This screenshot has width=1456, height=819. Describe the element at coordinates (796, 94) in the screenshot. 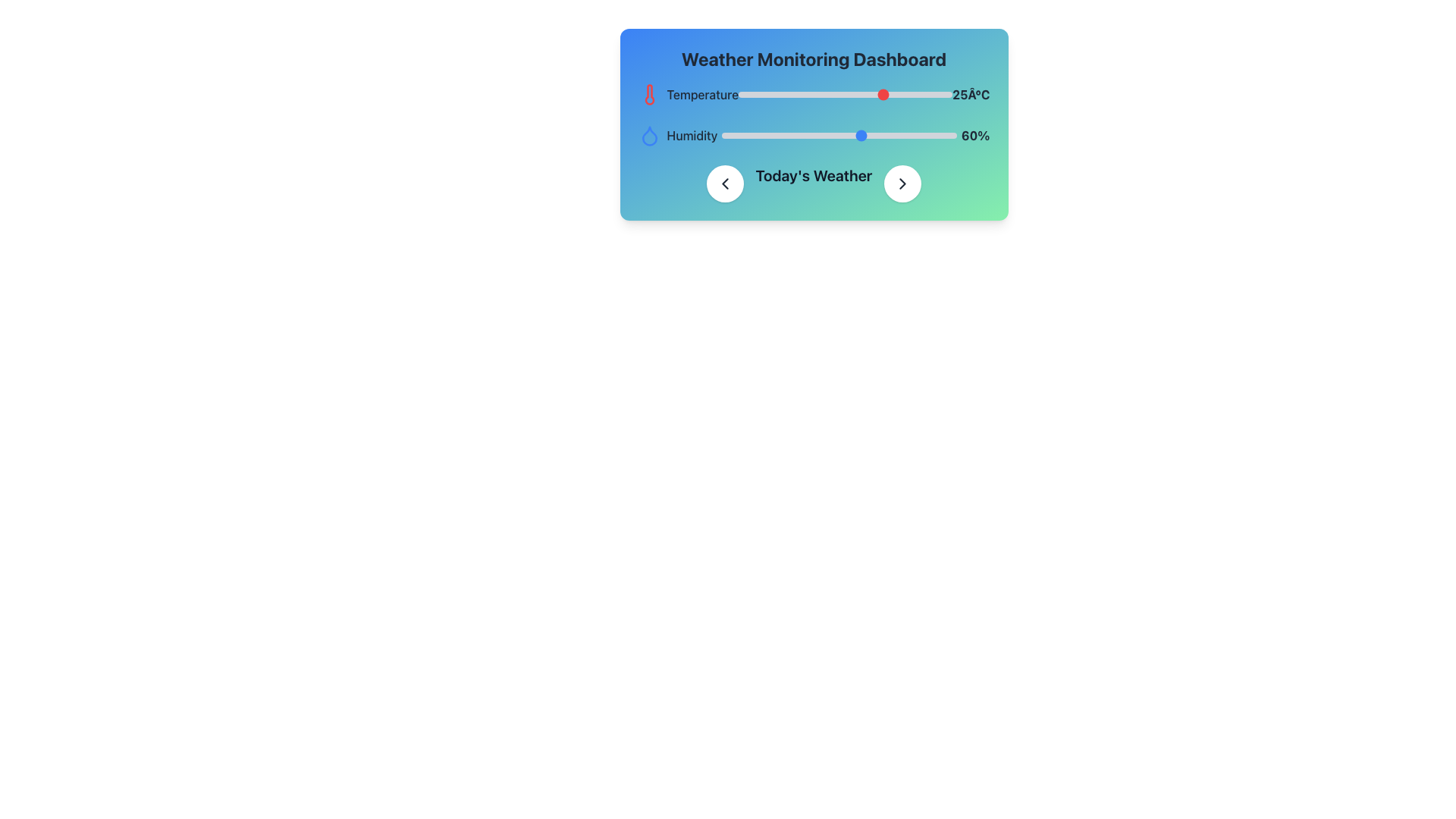

I see `temperature` at that location.